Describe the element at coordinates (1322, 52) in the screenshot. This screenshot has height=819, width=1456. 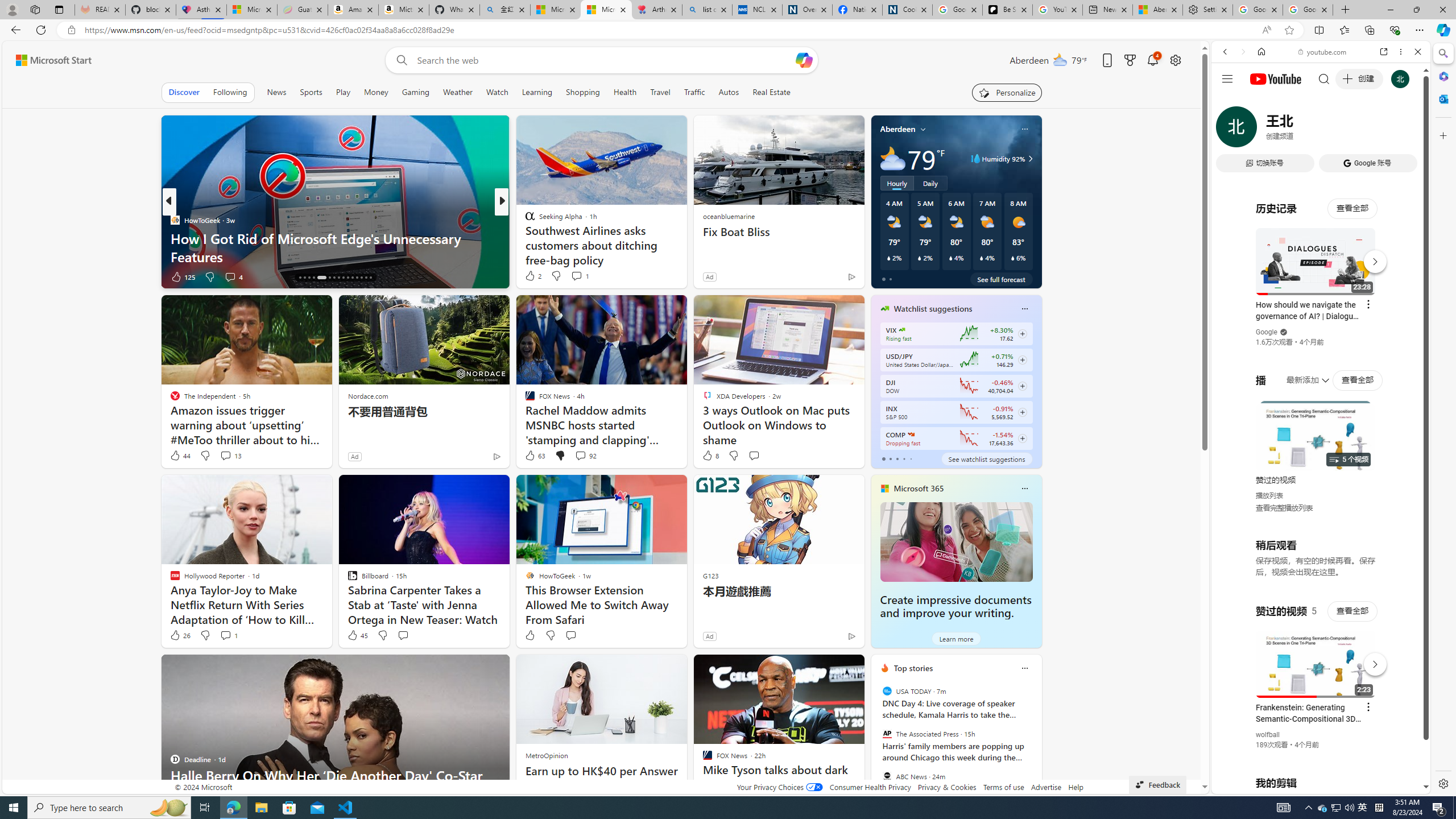
I see `'youtube.com'` at that location.